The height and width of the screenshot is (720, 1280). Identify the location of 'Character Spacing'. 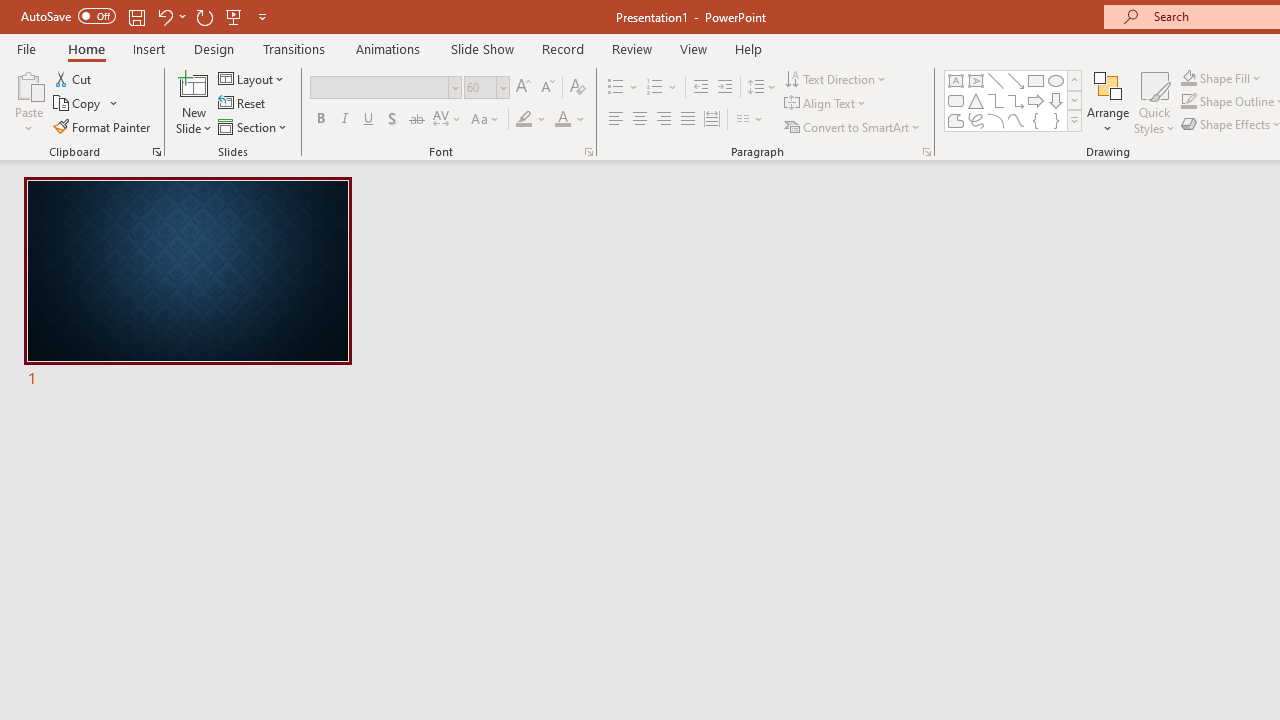
(447, 119).